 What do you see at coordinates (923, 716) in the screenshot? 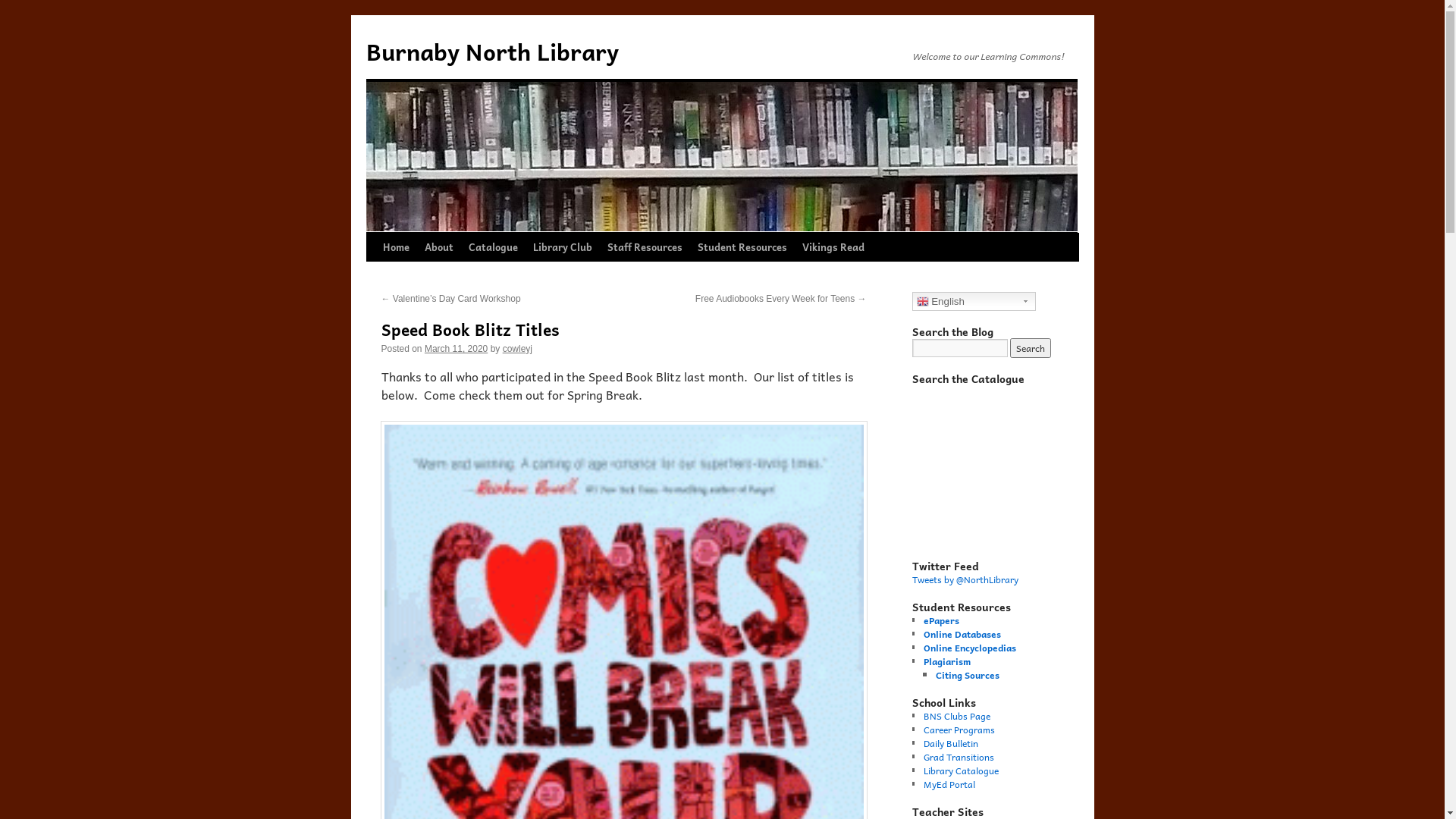
I see `'BNS Clubs Page'` at bounding box center [923, 716].